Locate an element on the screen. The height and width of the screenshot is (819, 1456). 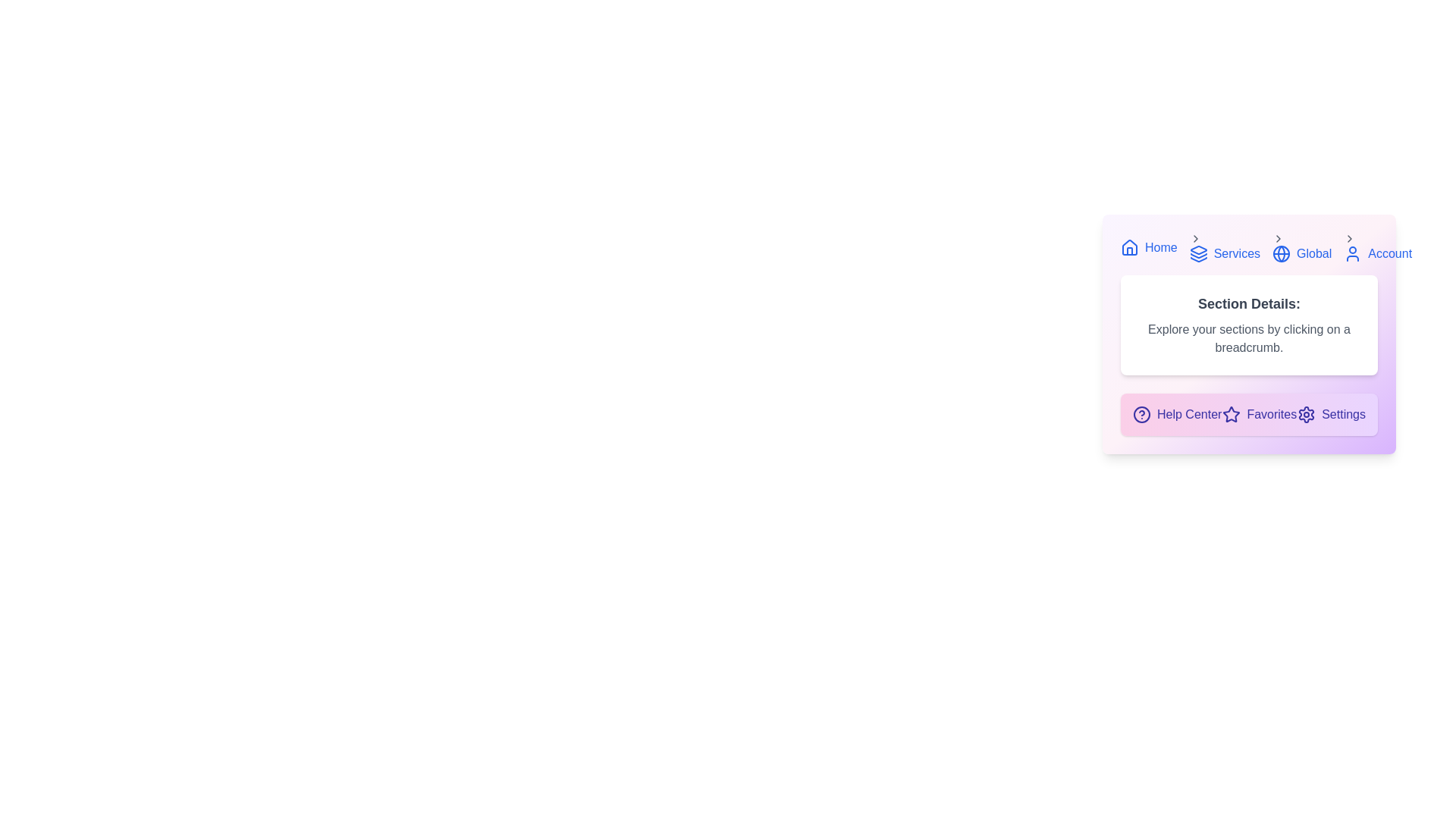
the text label that serves as a hyperlink for navigating to account-related settings, located in the top right corner of the horizontal navigation bar is located at coordinates (1390, 253).